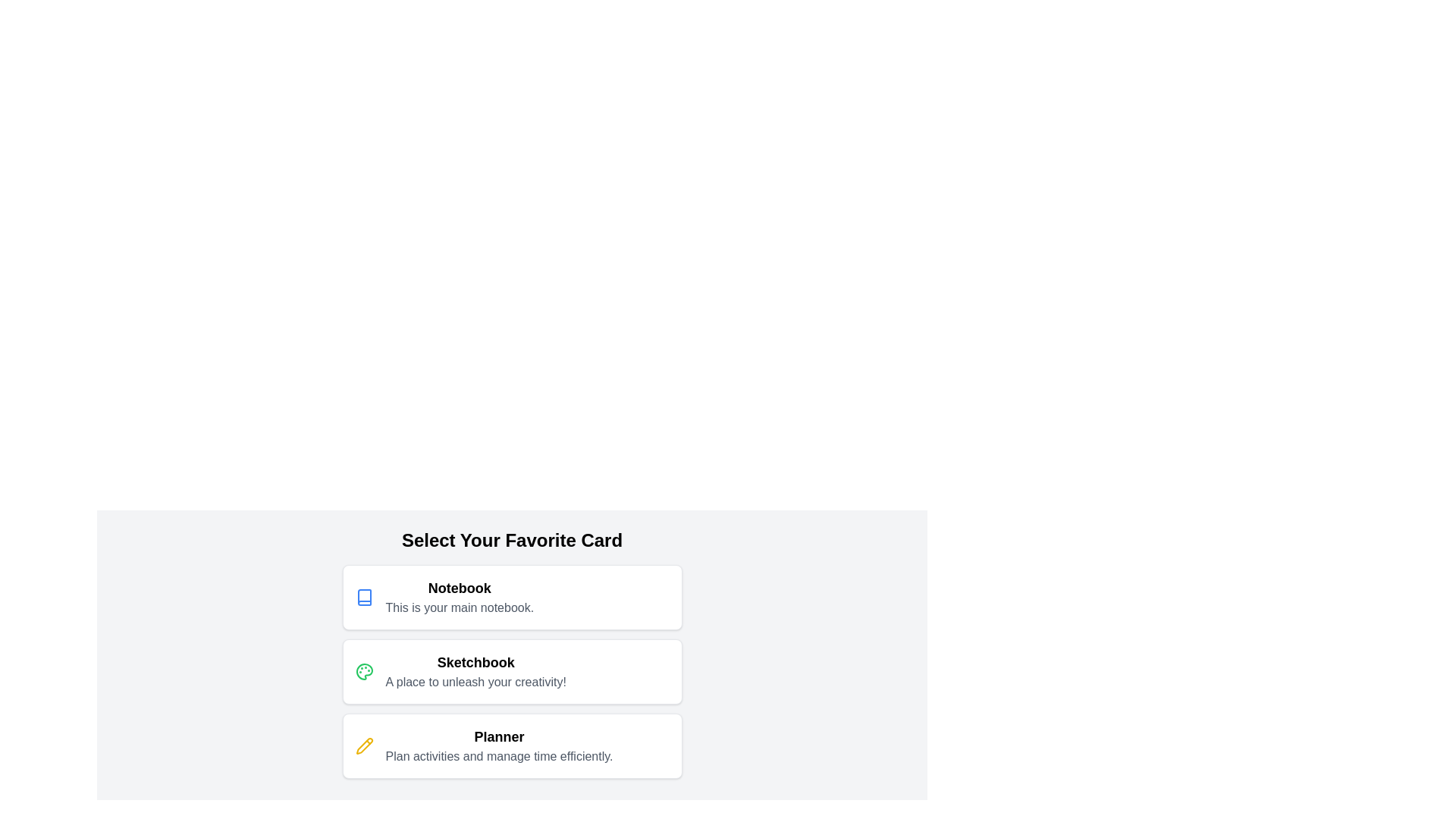 The height and width of the screenshot is (819, 1456). Describe the element at coordinates (499, 745) in the screenshot. I see `descriptive text block for the 'Planner' card located in the selection menu, positioned below the 'Notebook' and 'Sketchbook' cards` at that location.